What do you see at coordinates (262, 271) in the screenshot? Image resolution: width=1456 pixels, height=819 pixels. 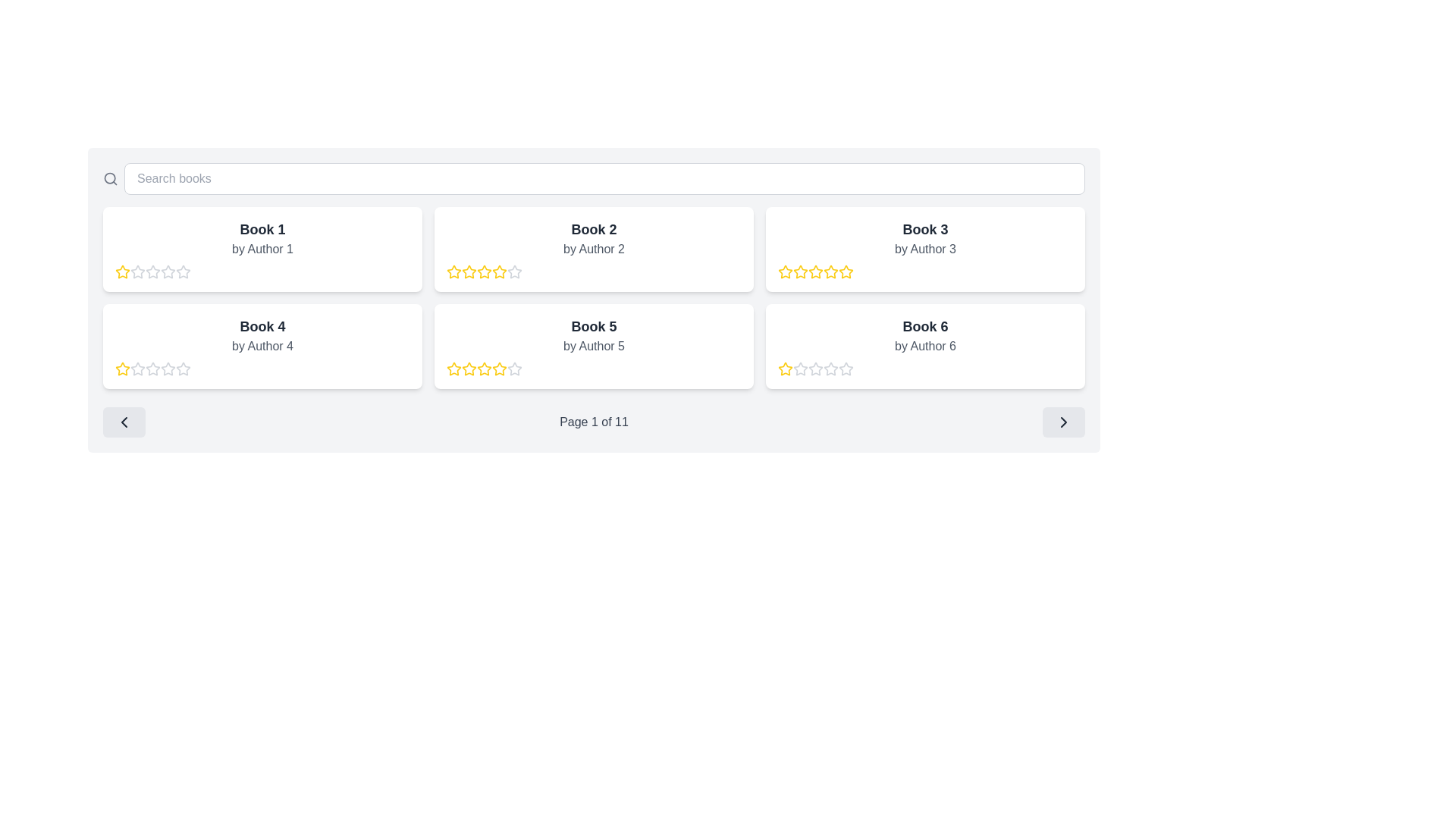 I see `the one-star rating display for 'Book 1' by 'Author 1', which is located directly beneath the author line in the first column of the first row` at bounding box center [262, 271].